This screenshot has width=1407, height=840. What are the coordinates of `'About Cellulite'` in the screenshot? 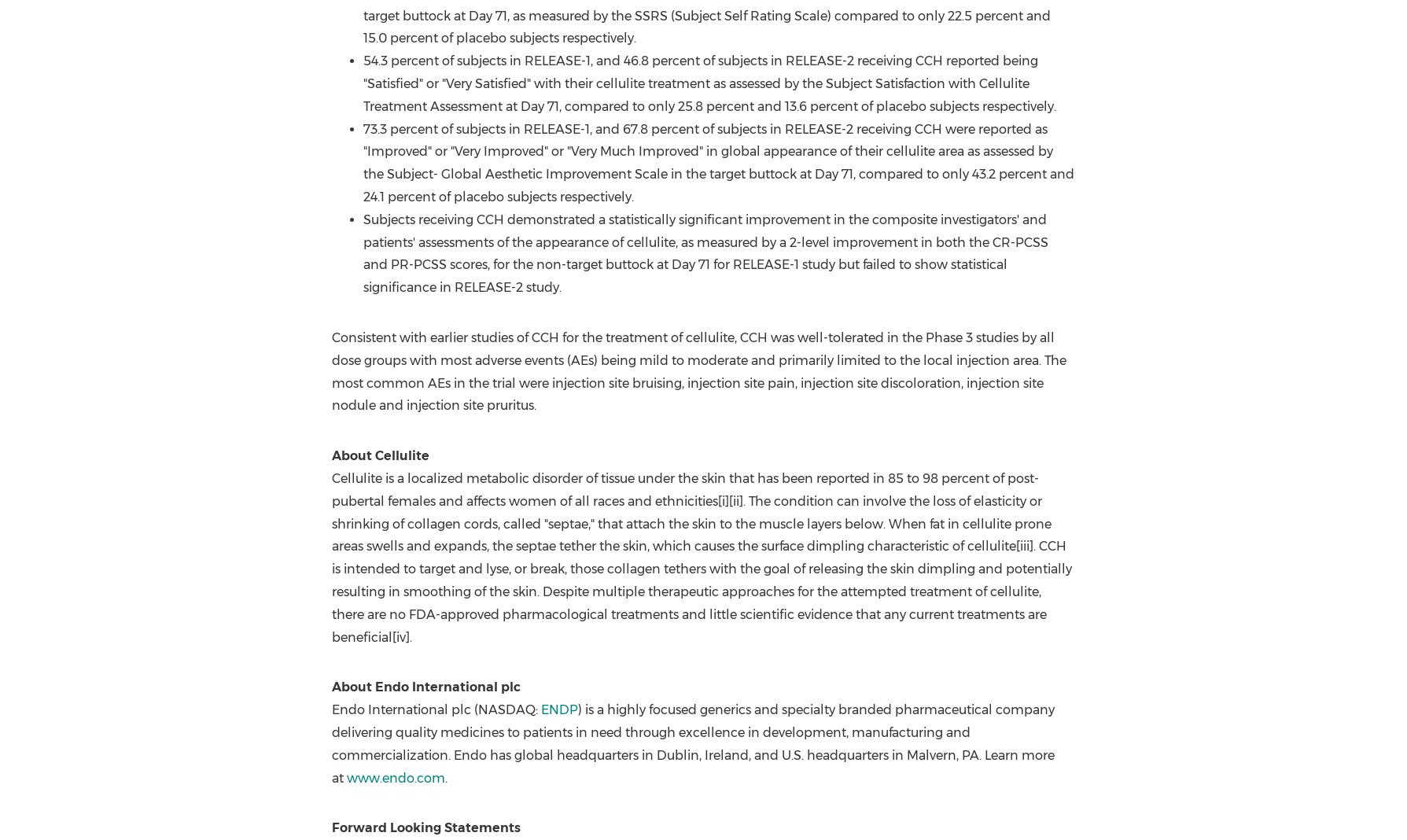 It's located at (381, 455).